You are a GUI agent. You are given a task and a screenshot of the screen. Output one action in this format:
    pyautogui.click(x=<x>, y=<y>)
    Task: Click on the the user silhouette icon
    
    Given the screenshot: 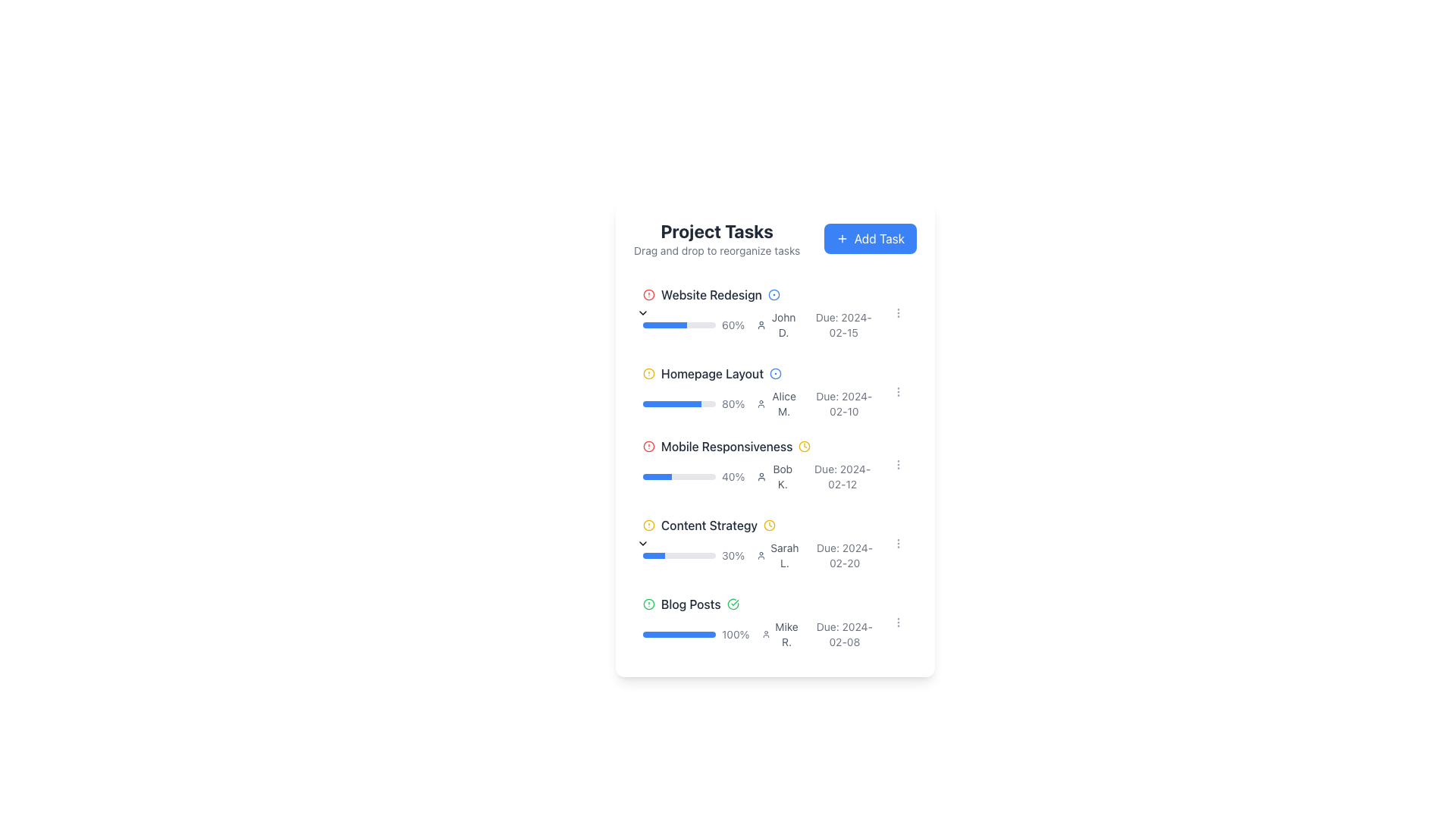 What is the action you would take?
    pyautogui.click(x=761, y=324)
    